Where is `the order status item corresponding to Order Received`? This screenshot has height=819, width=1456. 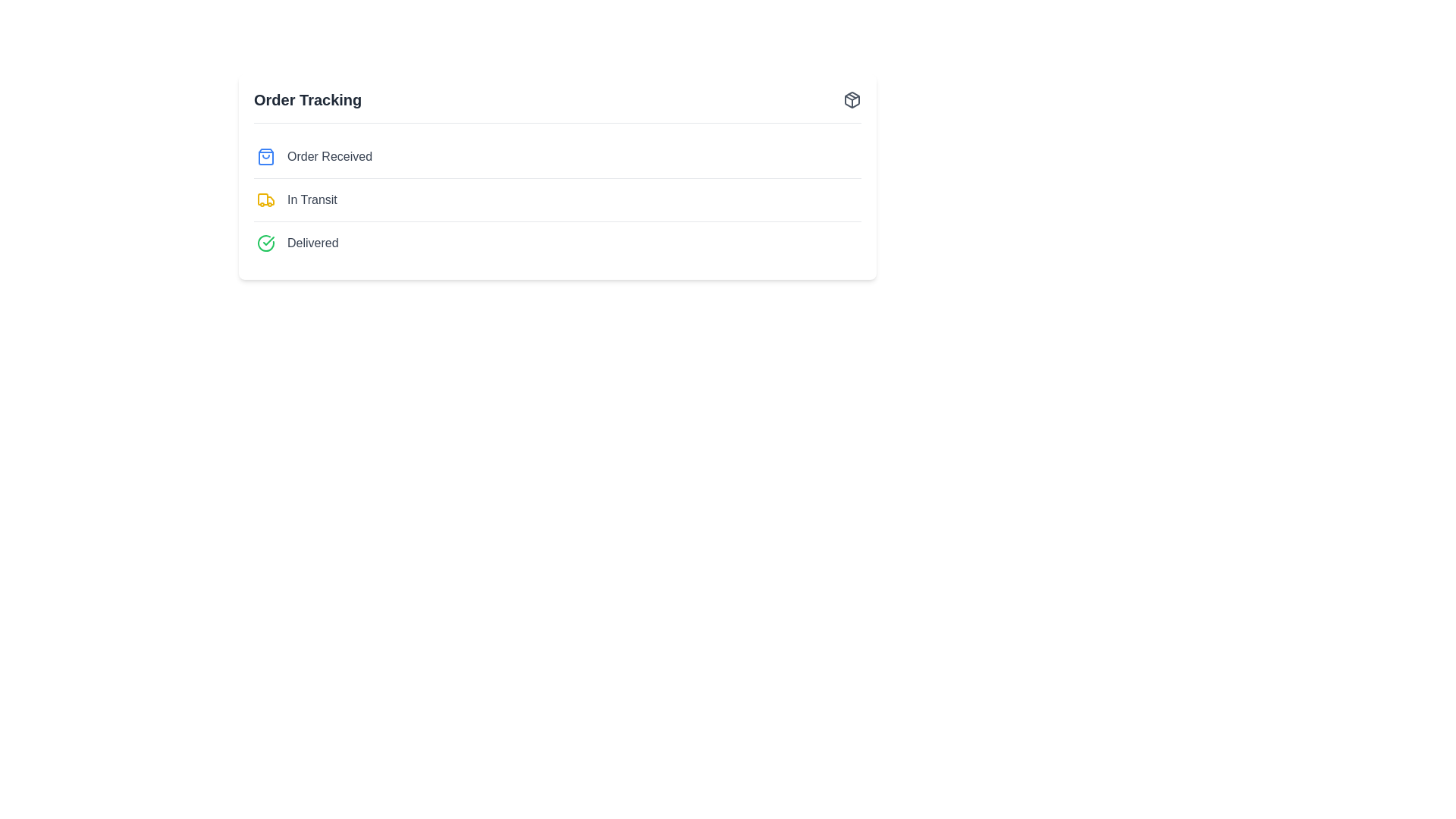 the order status item corresponding to Order Received is located at coordinates (329, 157).